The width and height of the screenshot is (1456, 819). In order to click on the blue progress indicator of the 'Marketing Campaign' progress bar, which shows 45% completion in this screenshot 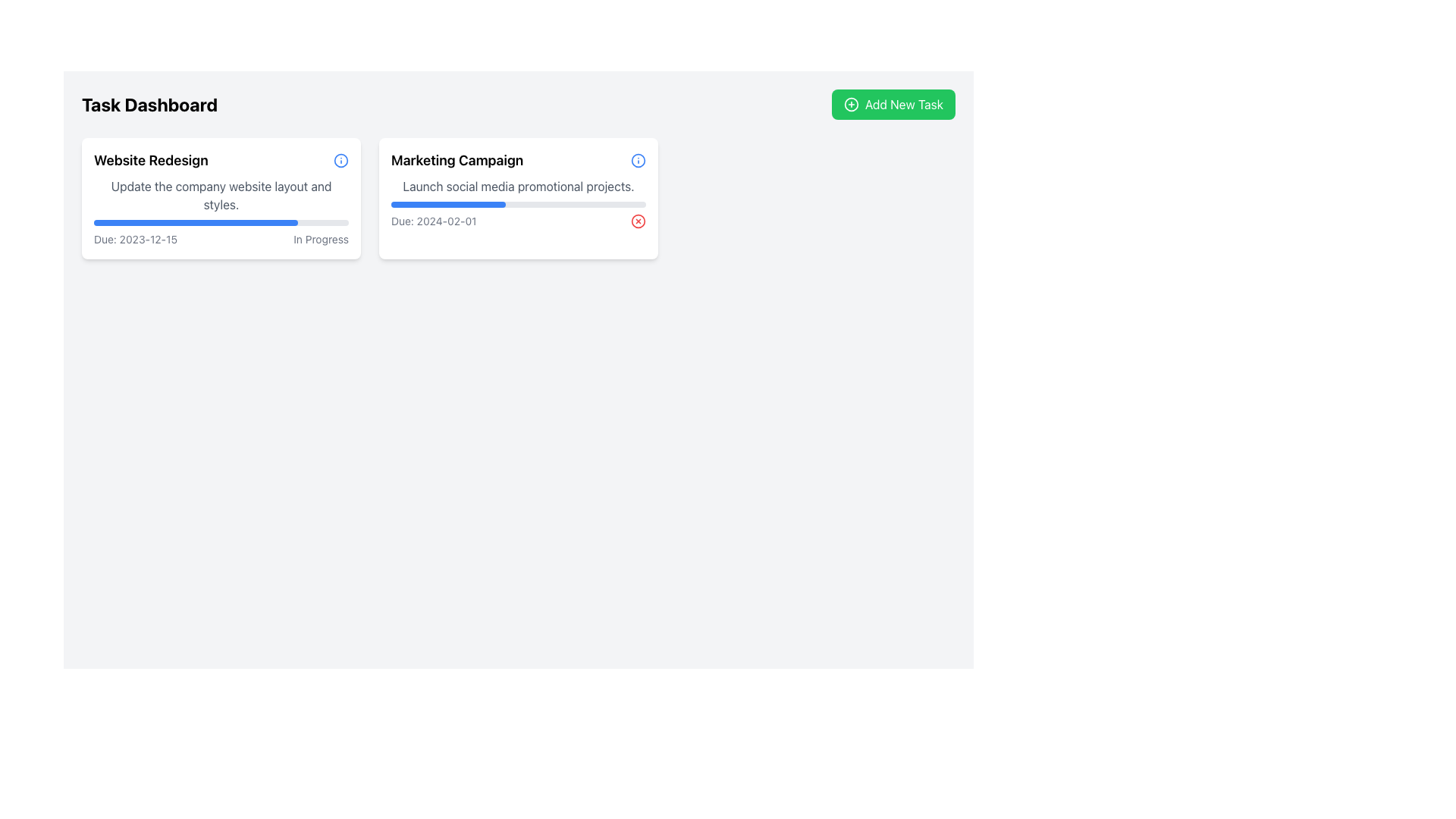, I will do `click(447, 205)`.